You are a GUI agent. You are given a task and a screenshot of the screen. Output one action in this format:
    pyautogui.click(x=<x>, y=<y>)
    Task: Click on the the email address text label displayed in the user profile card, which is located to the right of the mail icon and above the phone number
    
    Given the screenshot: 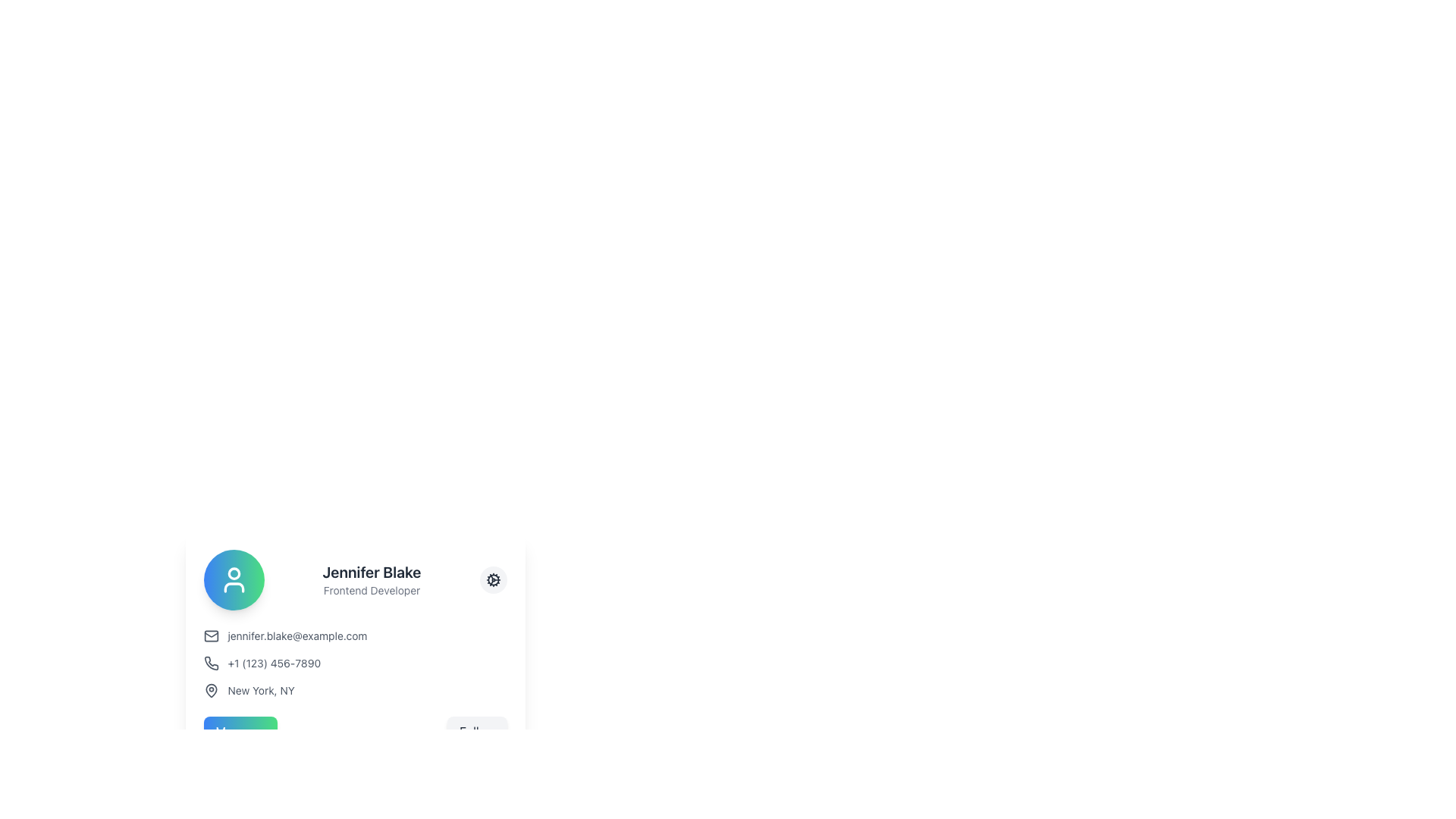 What is the action you would take?
    pyautogui.click(x=297, y=636)
    